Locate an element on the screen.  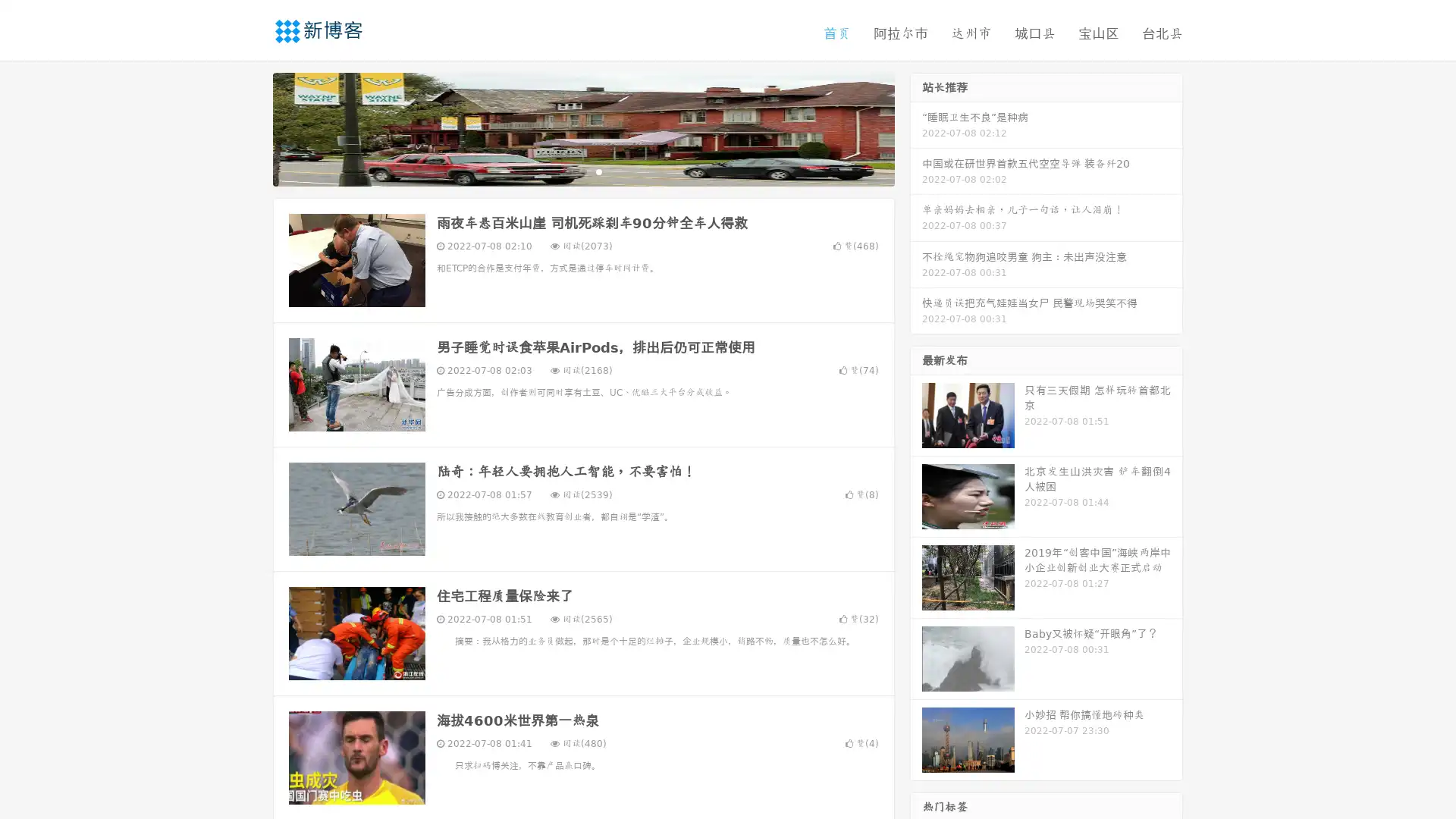
Go to slide 1 is located at coordinates (567, 171).